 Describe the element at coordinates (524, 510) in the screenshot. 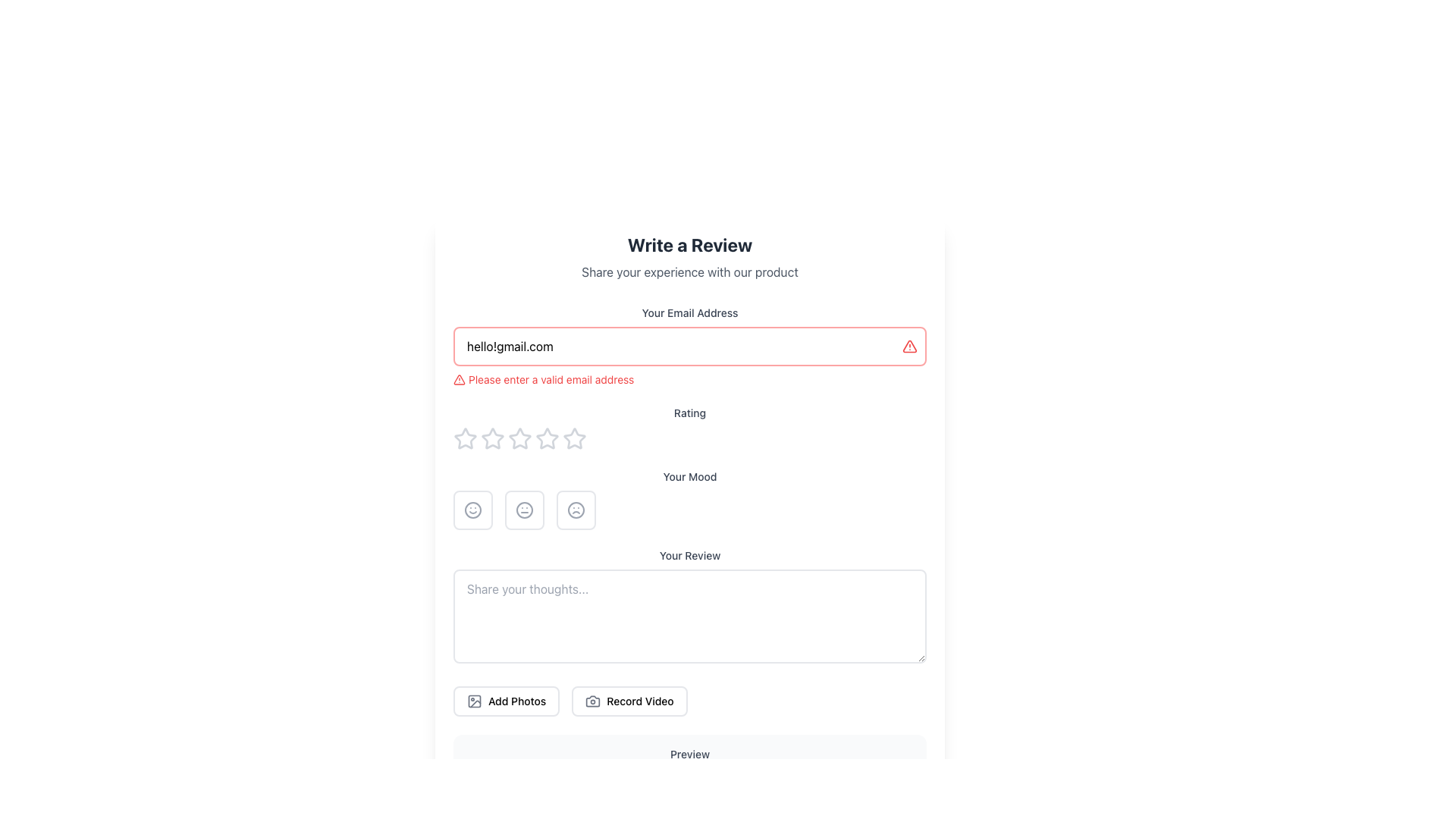

I see `keyboard navigation` at that location.